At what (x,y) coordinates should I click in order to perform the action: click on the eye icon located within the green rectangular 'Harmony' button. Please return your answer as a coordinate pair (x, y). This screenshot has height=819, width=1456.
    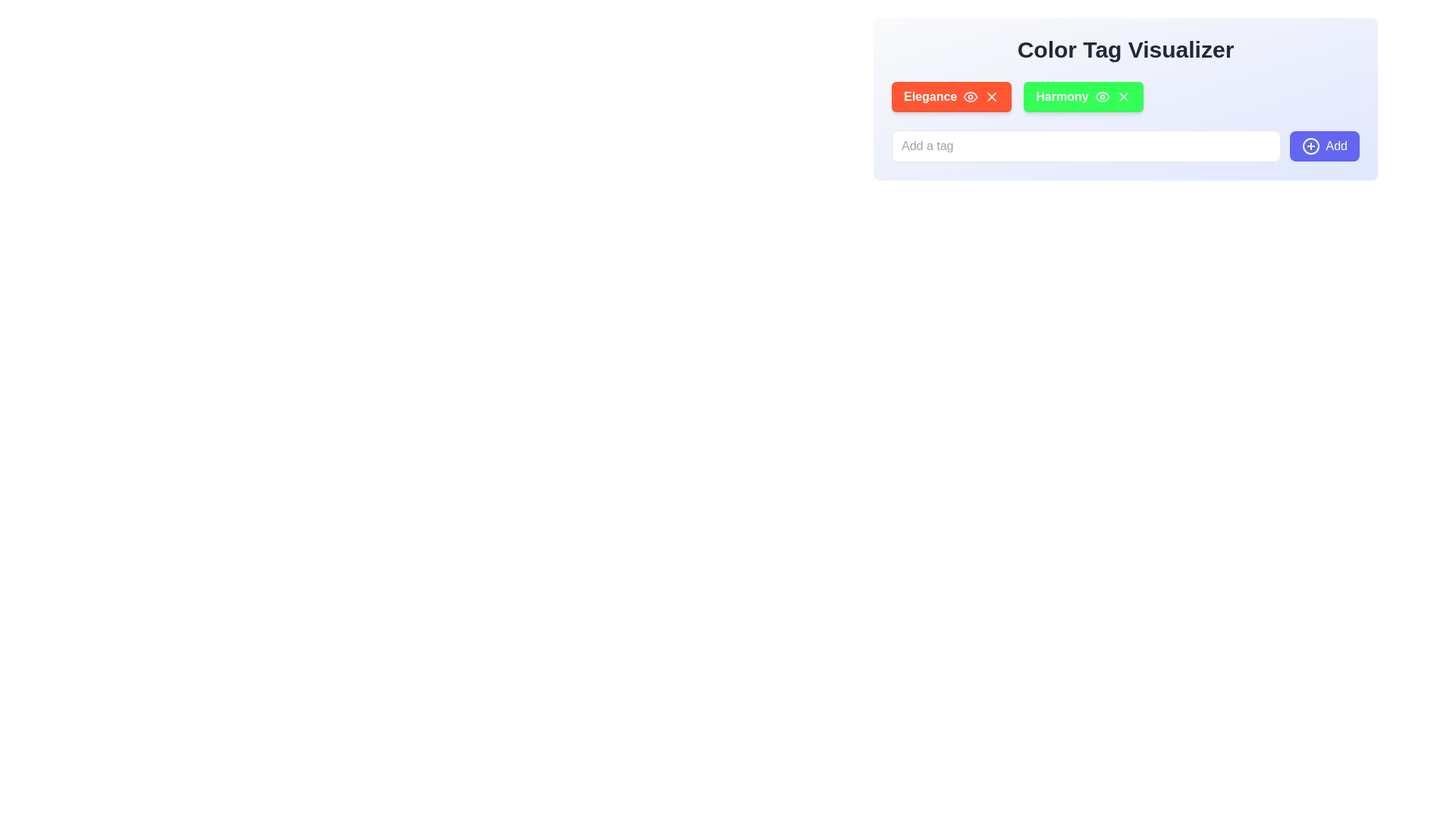
    Looking at the image, I should click on (1102, 96).